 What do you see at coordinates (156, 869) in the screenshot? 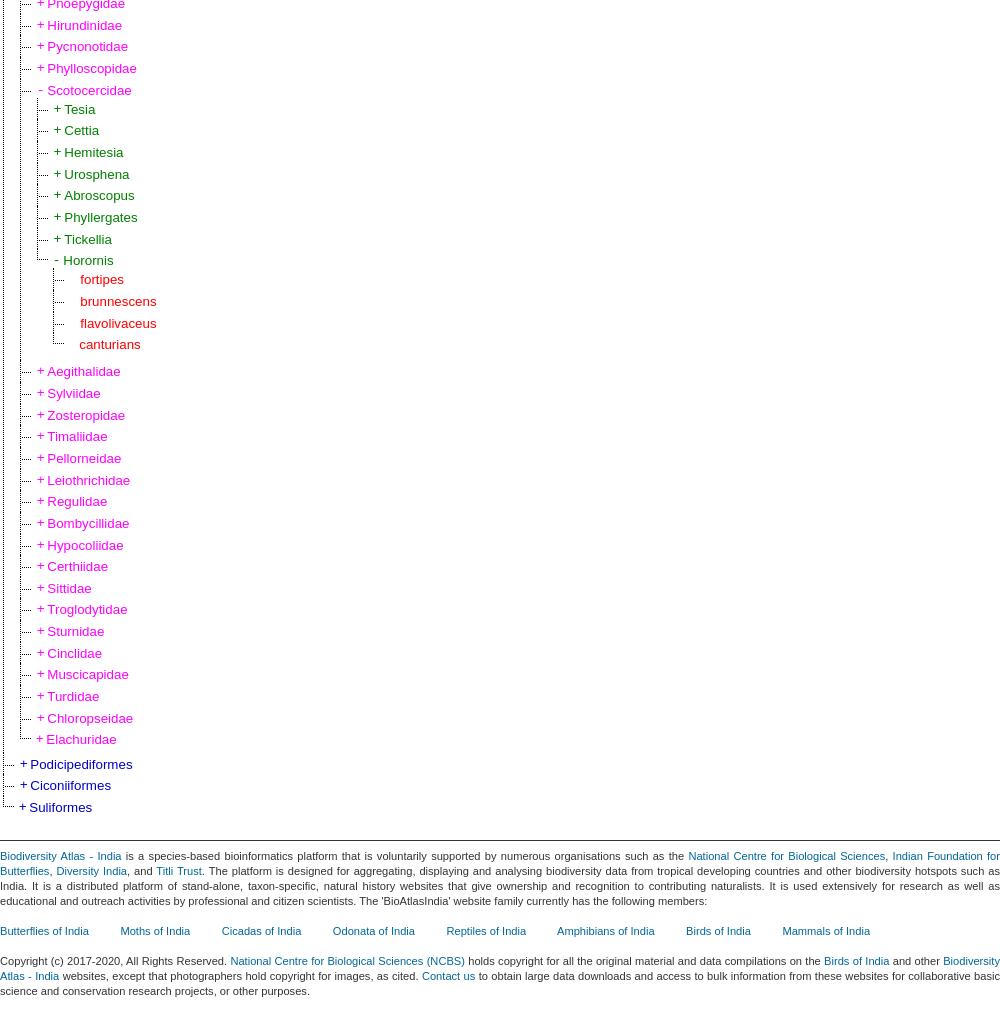
I see `'Titli Trust'` at bounding box center [156, 869].